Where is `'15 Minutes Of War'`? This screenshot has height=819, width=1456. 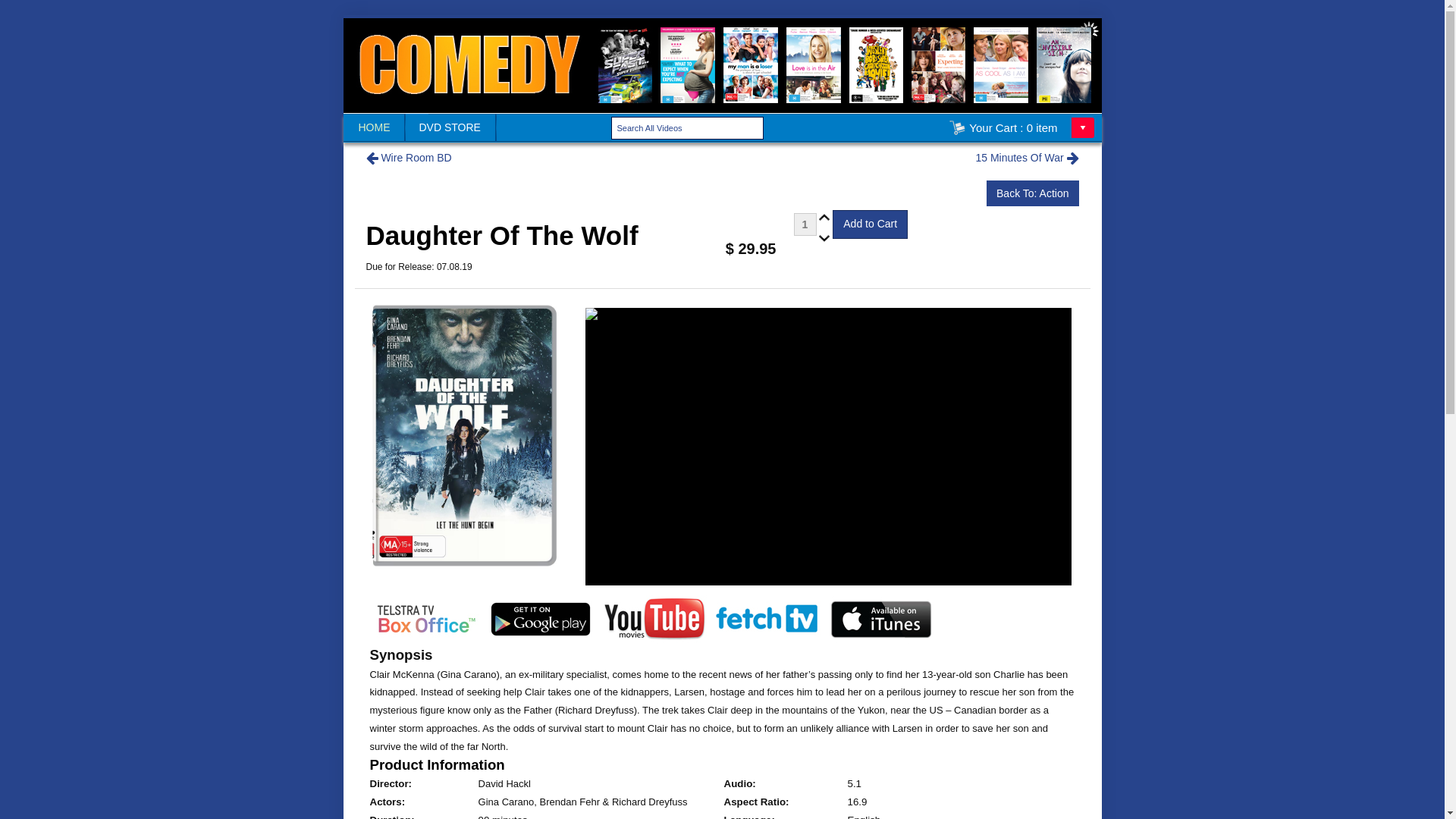 '15 Minutes Of War' is located at coordinates (1026, 158).